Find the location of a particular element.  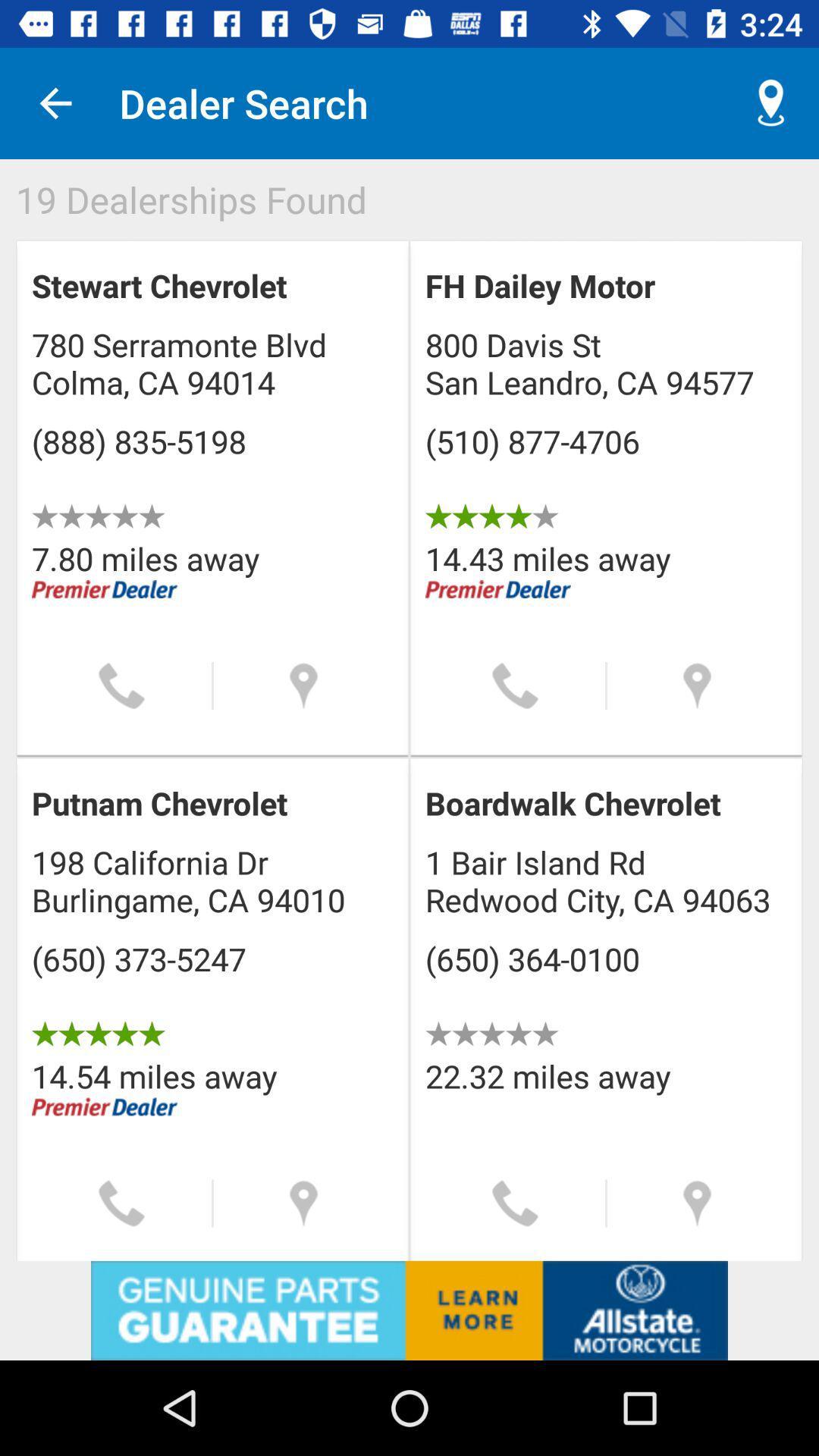

location is located at coordinates (303, 1203).